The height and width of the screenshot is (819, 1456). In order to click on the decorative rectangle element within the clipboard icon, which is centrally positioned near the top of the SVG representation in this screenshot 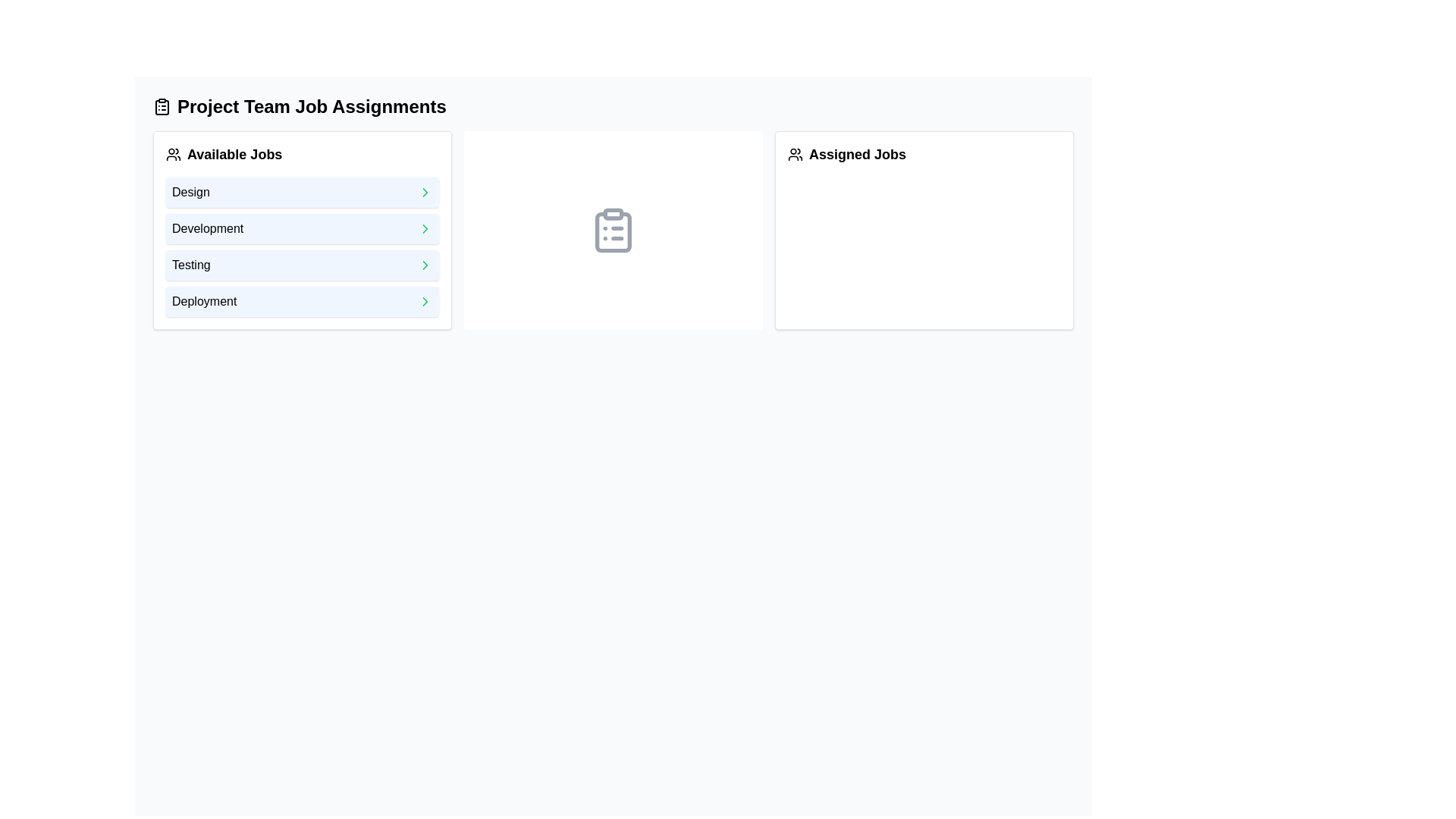, I will do `click(613, 213)`.